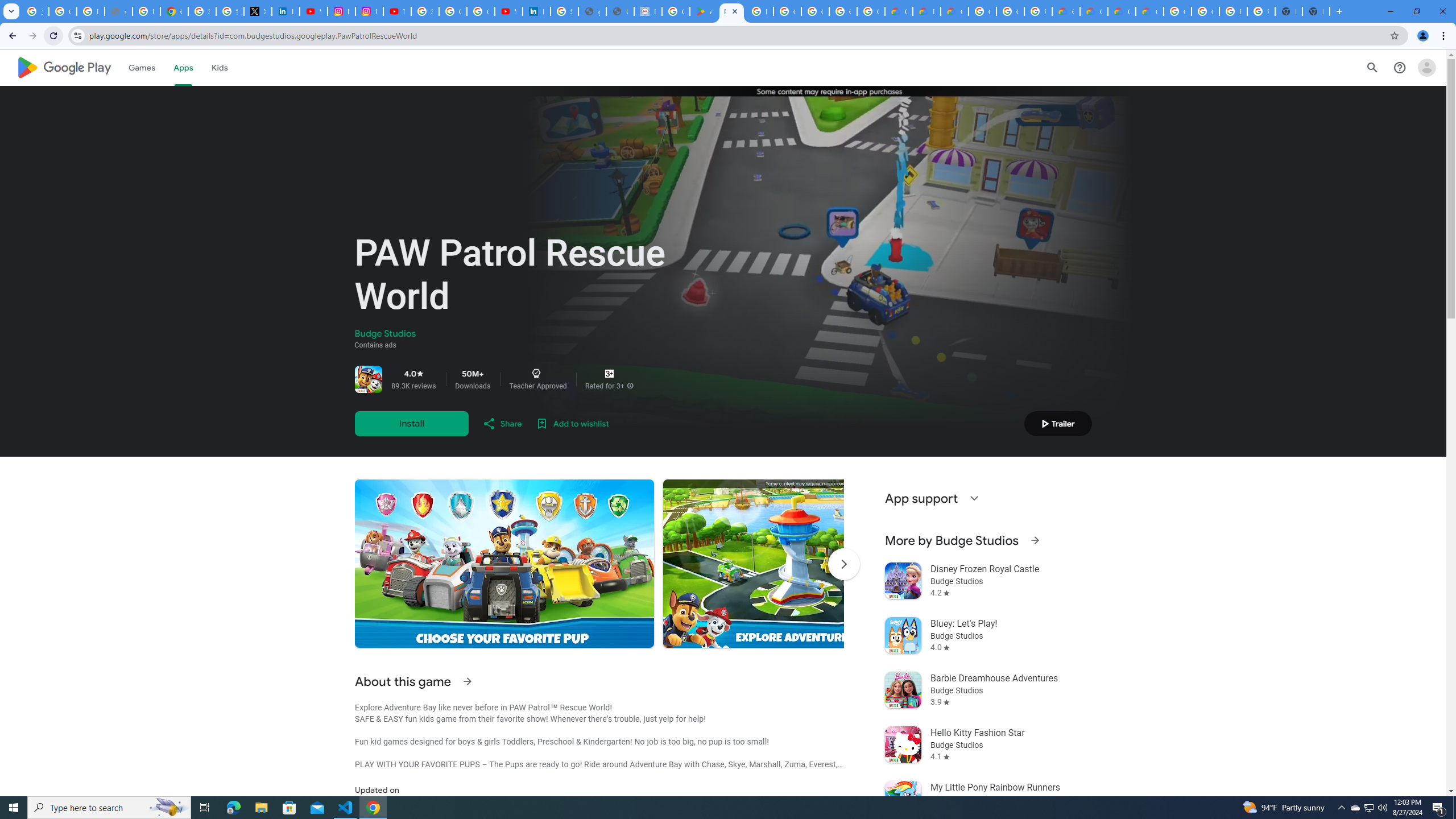 This screenshot has width=1456, height=819. Describe the element at coordinates (1065, 11) in the screenshot. I see `'Customer Care | Google Cloud'` at that location.